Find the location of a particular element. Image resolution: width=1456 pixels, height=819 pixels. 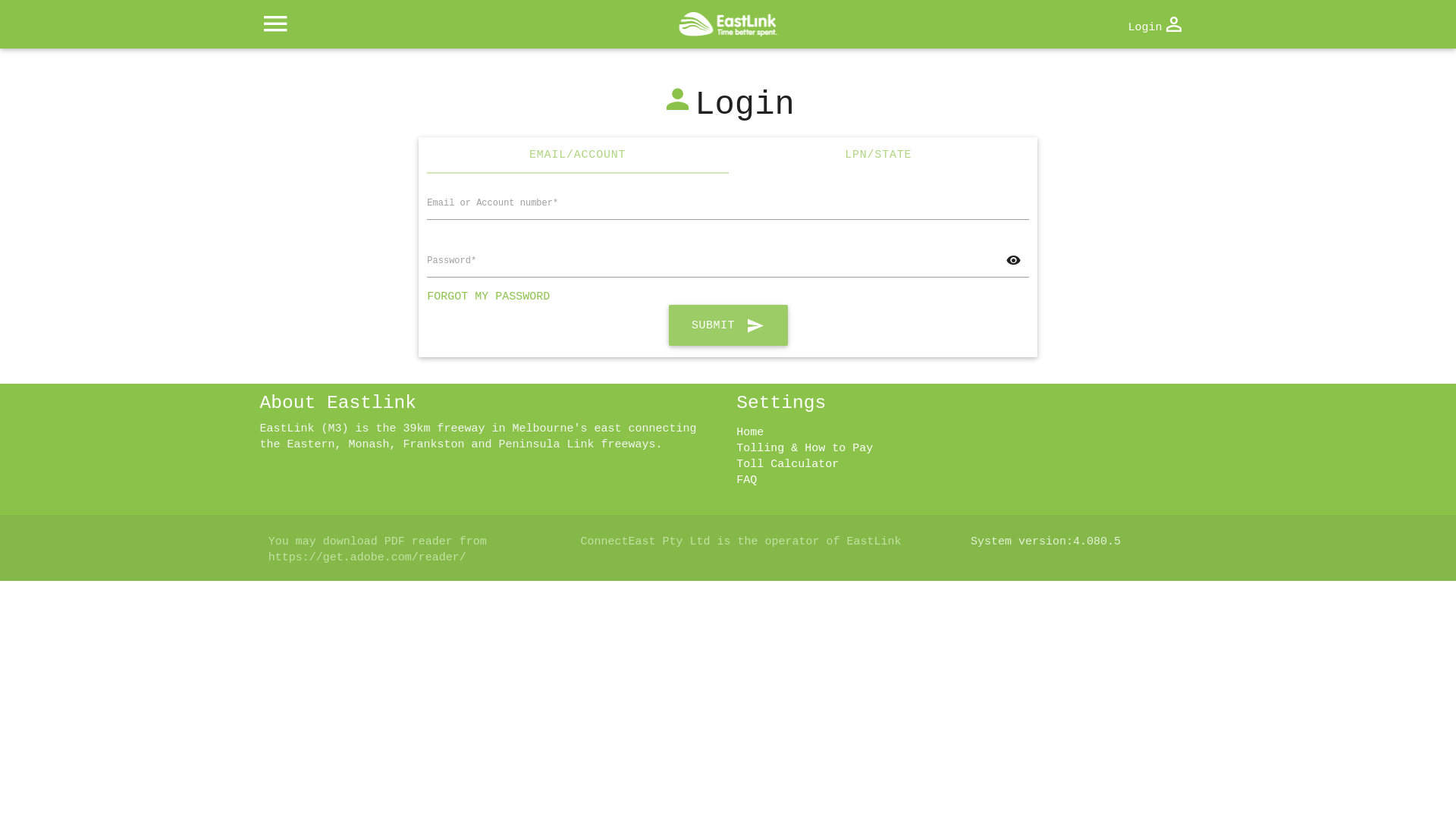

'EMAIL/ACCOUNT' is located at coordinates (576, 155).